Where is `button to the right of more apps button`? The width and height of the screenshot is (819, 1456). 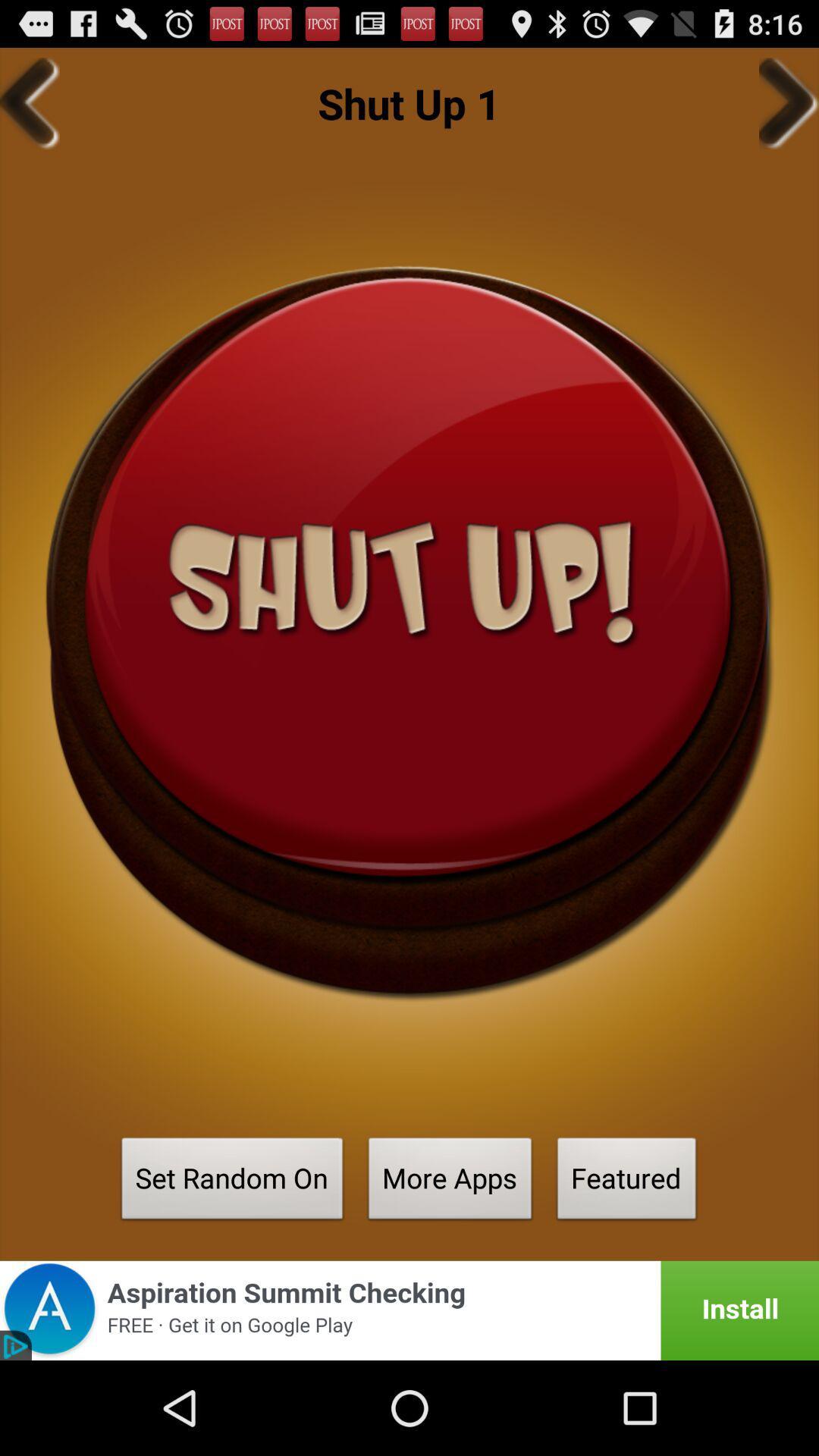
button to the right of more apps button is located at coordinates (626, 1182).